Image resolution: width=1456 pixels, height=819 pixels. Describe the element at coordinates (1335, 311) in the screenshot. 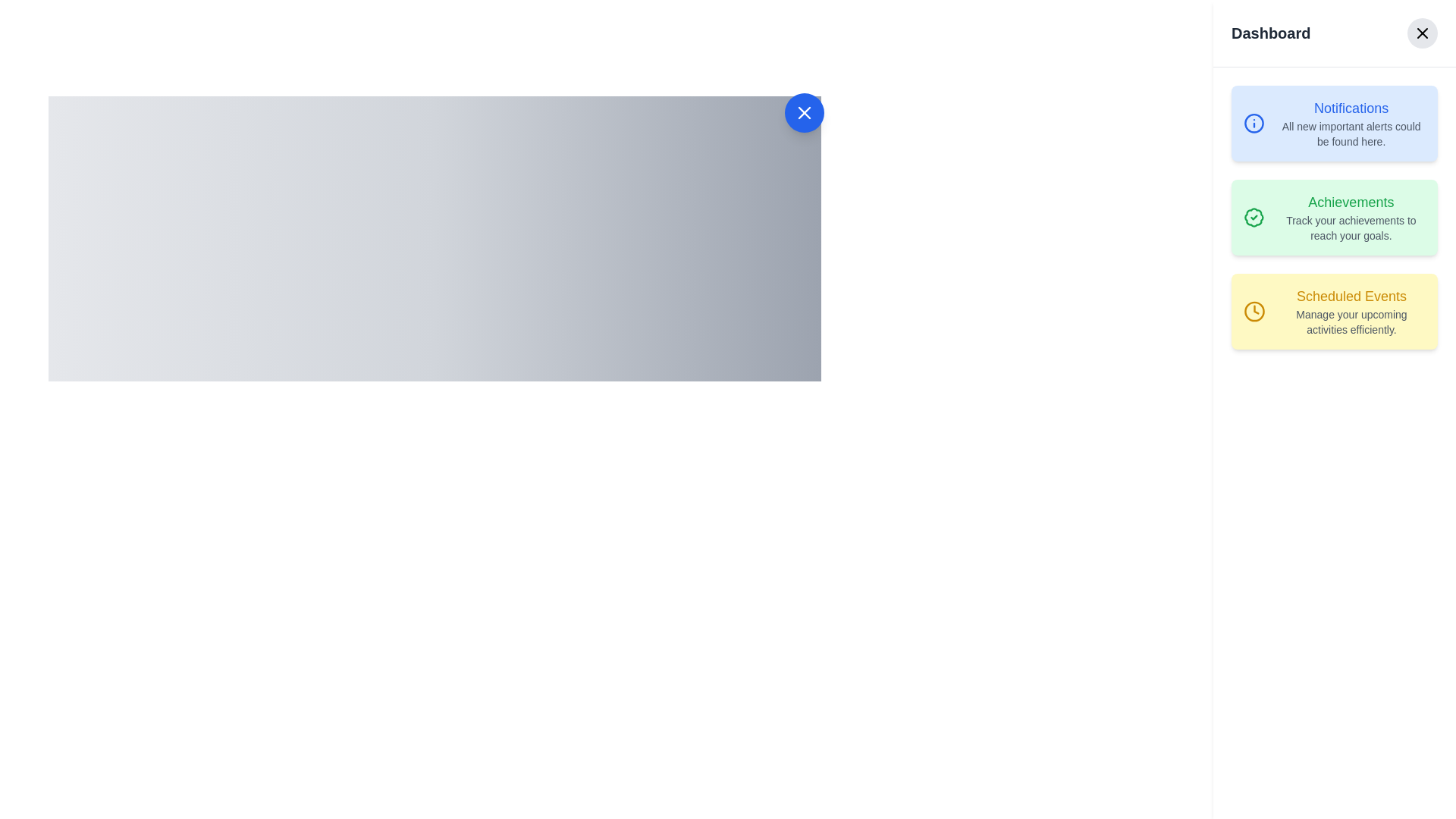

I see `the informational card that provides details about managing scheduled events, located as the third card in a vertical list on the right side of the interface` at that location.